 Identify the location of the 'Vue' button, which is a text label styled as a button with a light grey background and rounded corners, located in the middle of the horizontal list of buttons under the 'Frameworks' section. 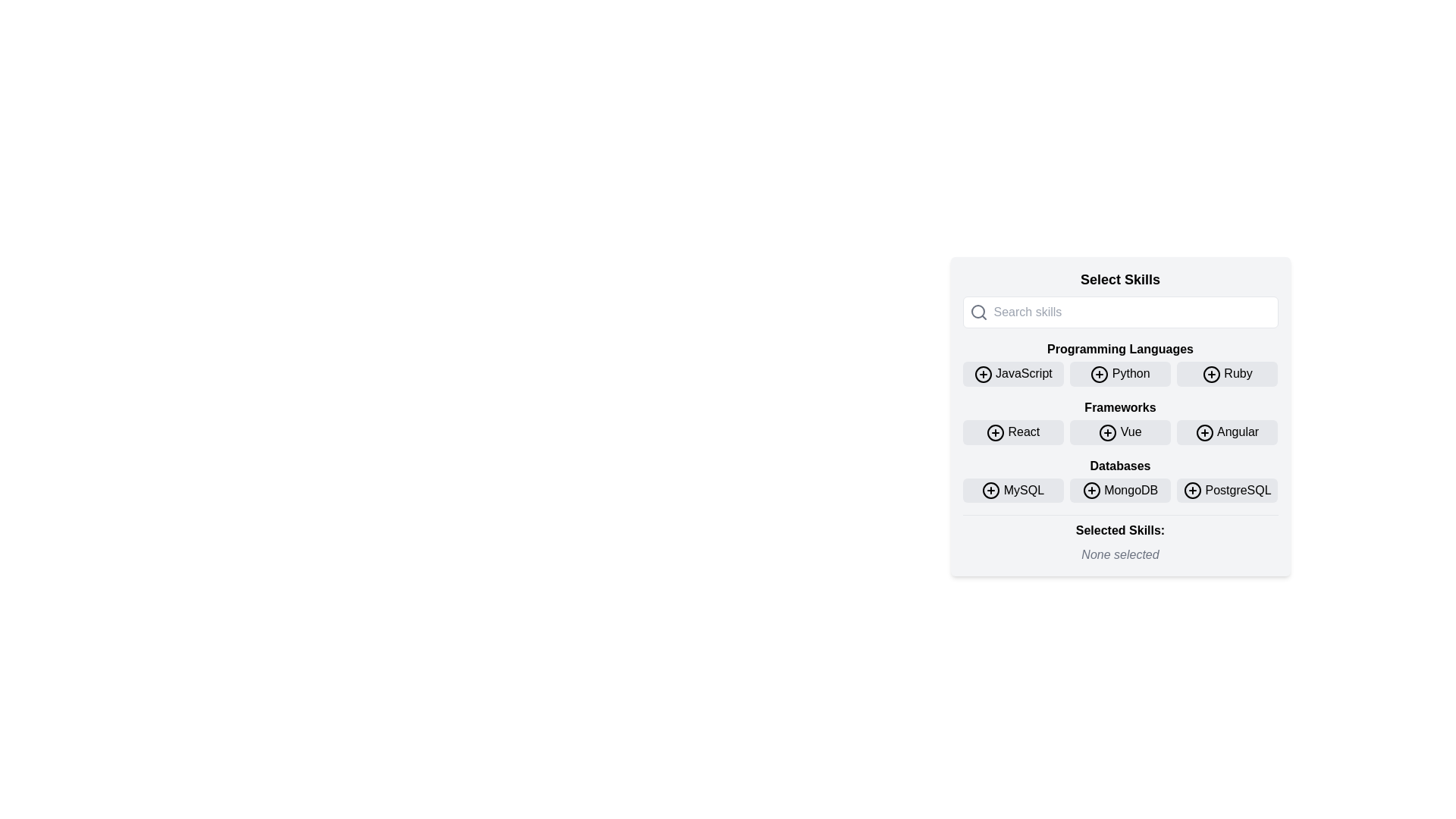
(1120, 432).